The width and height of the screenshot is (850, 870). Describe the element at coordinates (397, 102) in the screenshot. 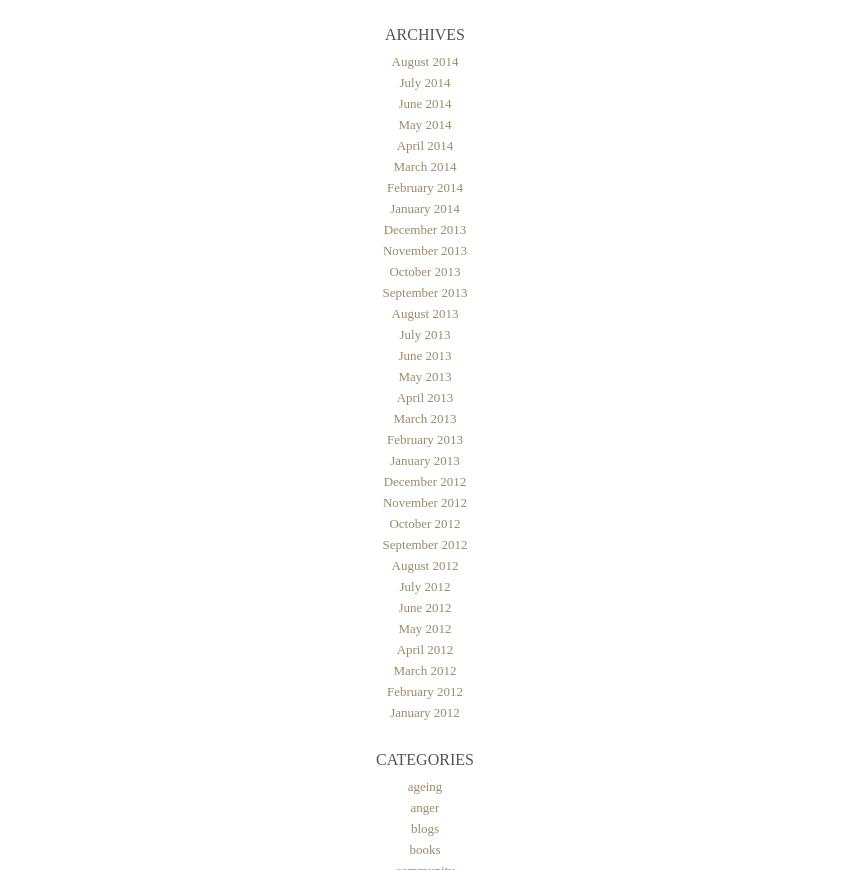

I see `'June 2014'` at that location.